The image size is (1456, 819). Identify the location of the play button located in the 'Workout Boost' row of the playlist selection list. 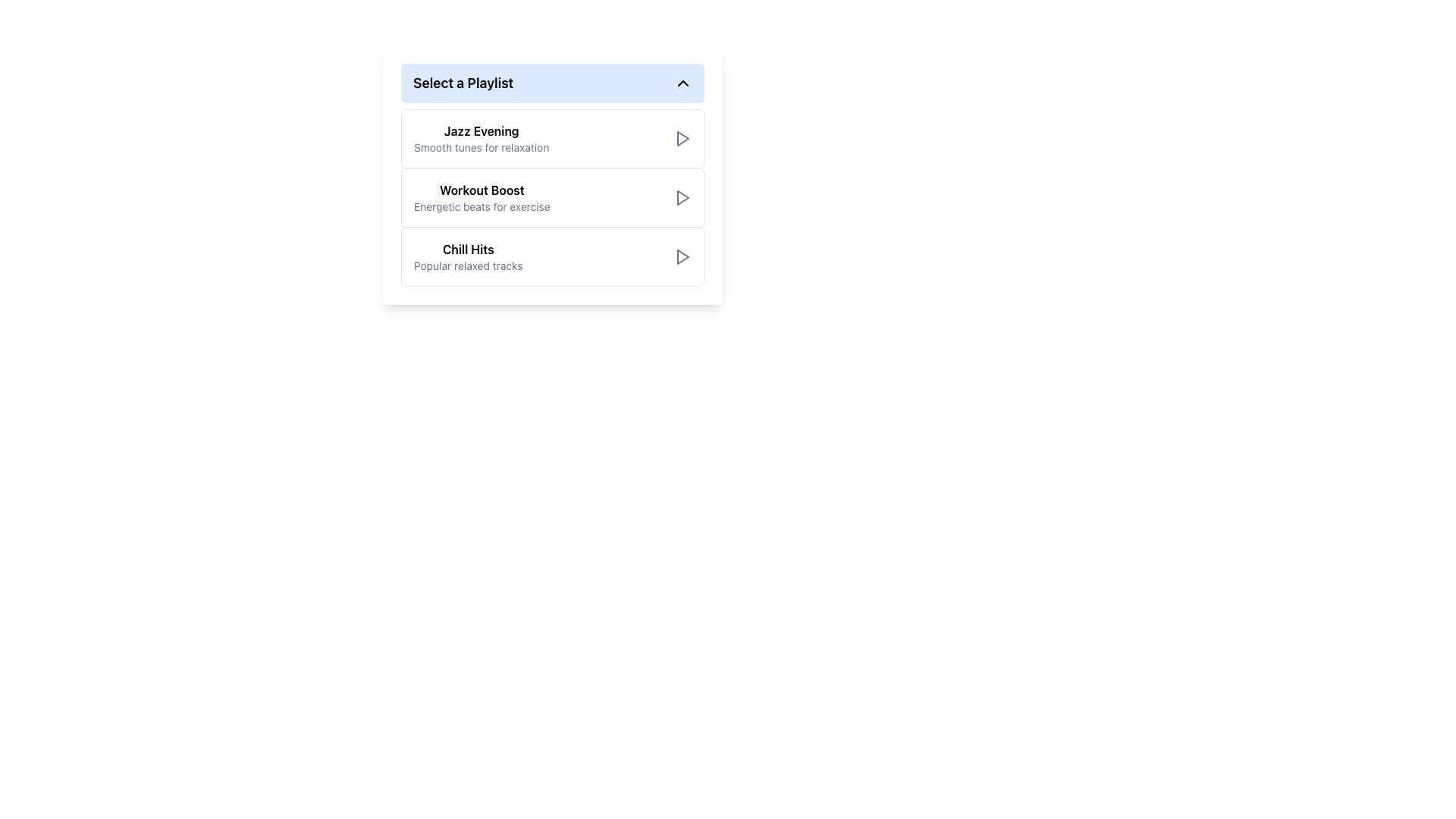
(682, 197).